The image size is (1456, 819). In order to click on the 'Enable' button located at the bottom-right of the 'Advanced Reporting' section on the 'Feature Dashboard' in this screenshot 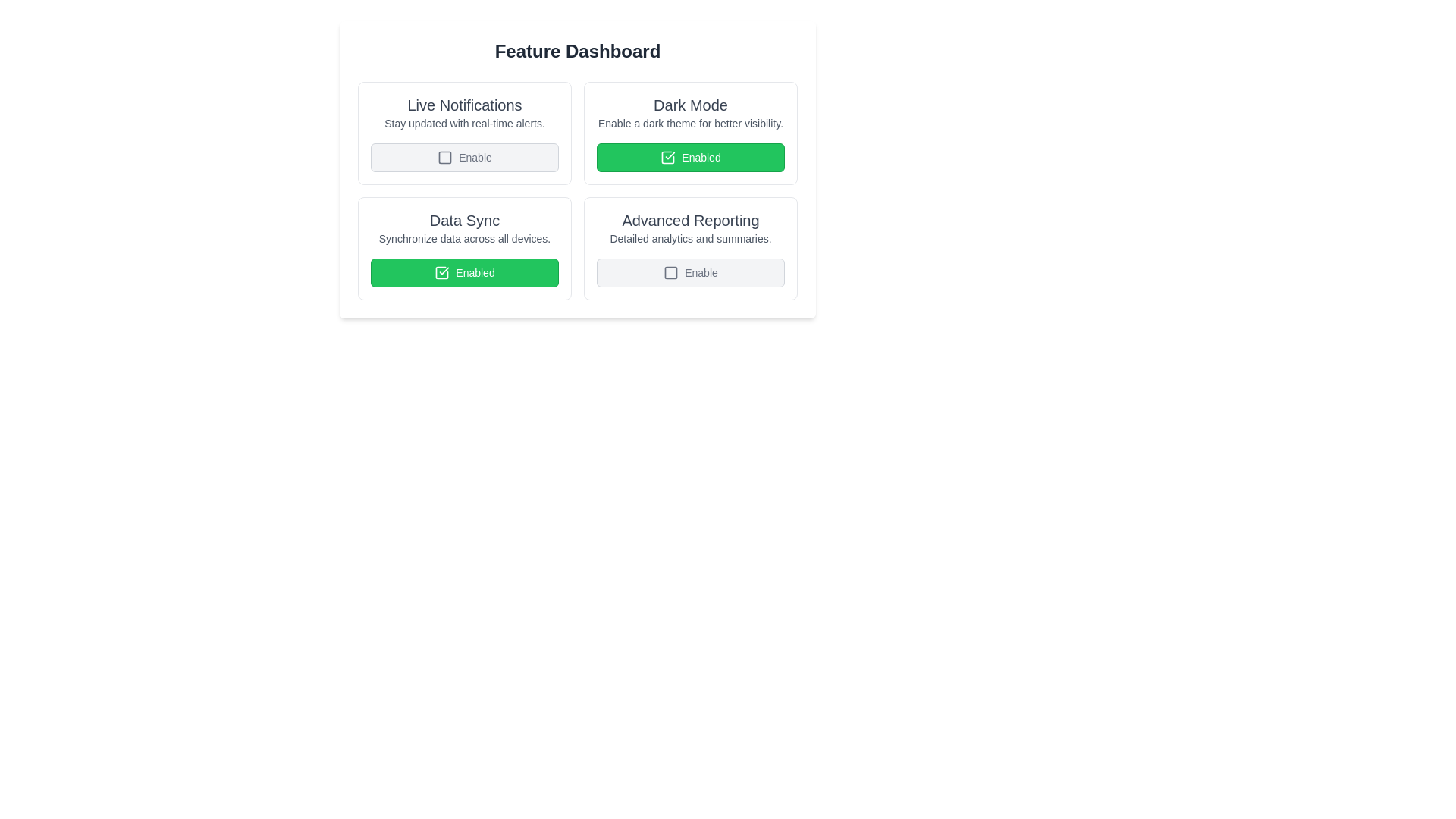, I will do `click(690, 271)`.